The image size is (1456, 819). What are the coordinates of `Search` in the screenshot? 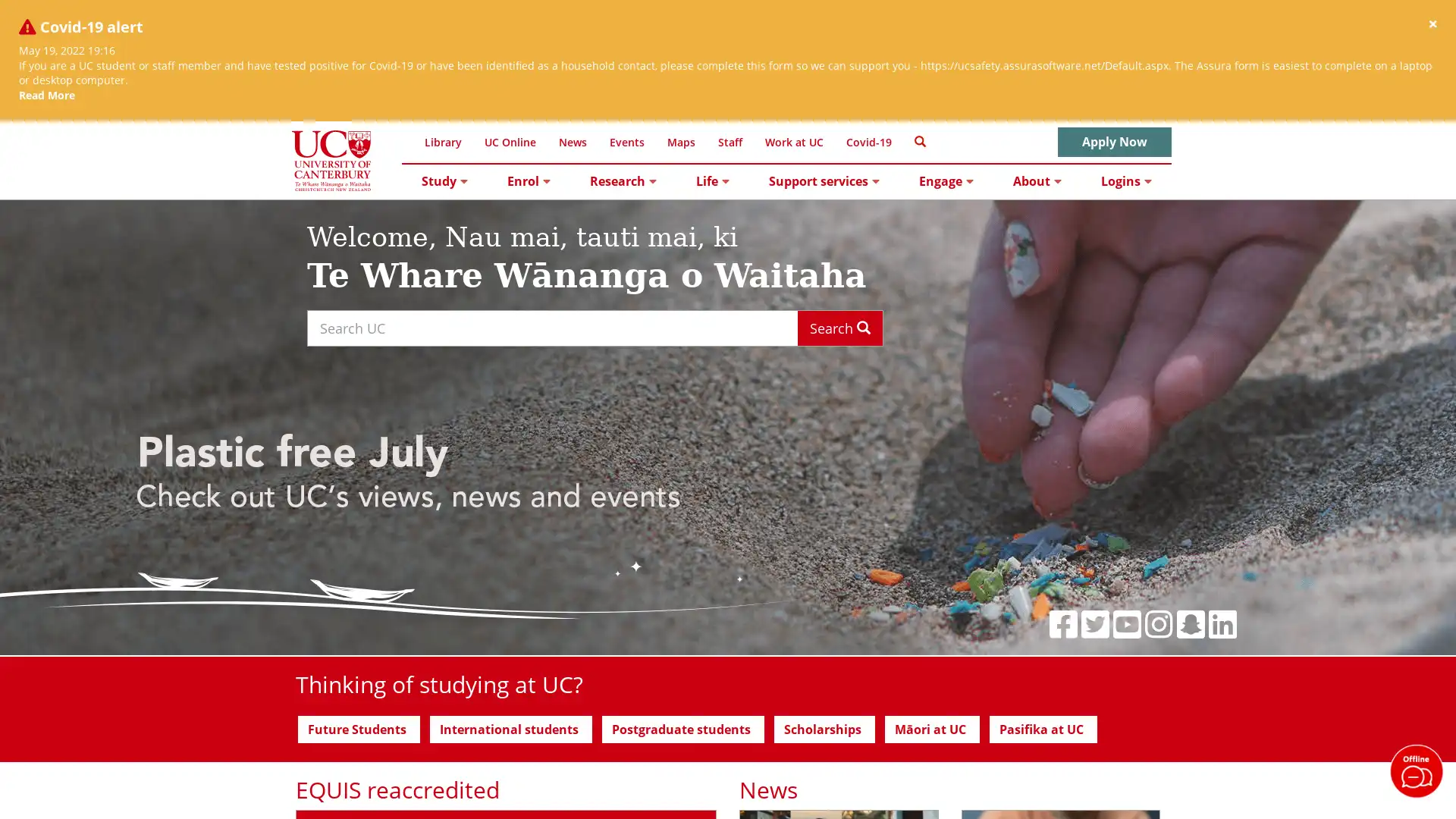 It's located at (919, 140).